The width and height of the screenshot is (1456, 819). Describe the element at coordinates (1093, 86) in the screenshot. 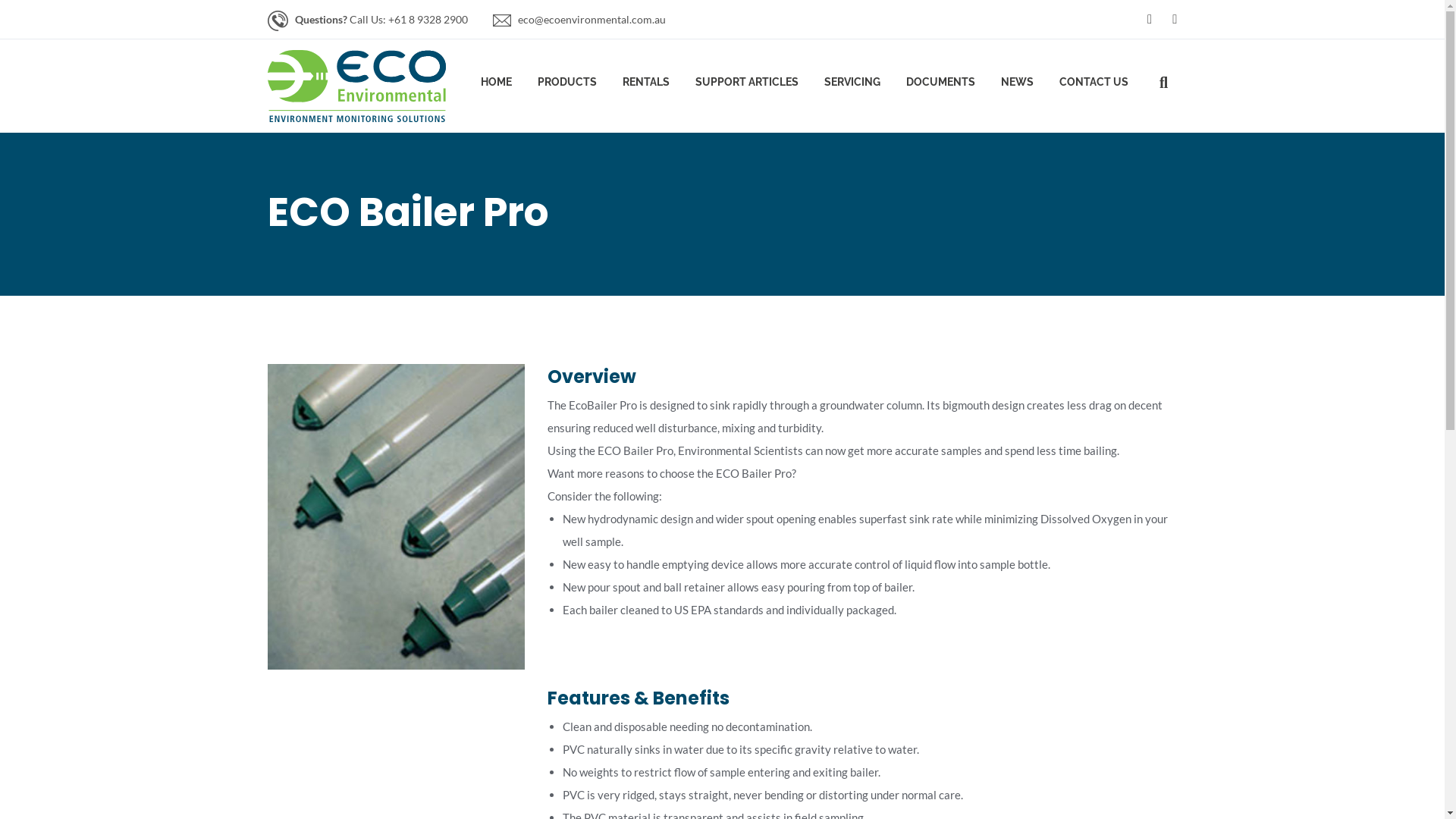

I see `'CONTACT US'` at that location.